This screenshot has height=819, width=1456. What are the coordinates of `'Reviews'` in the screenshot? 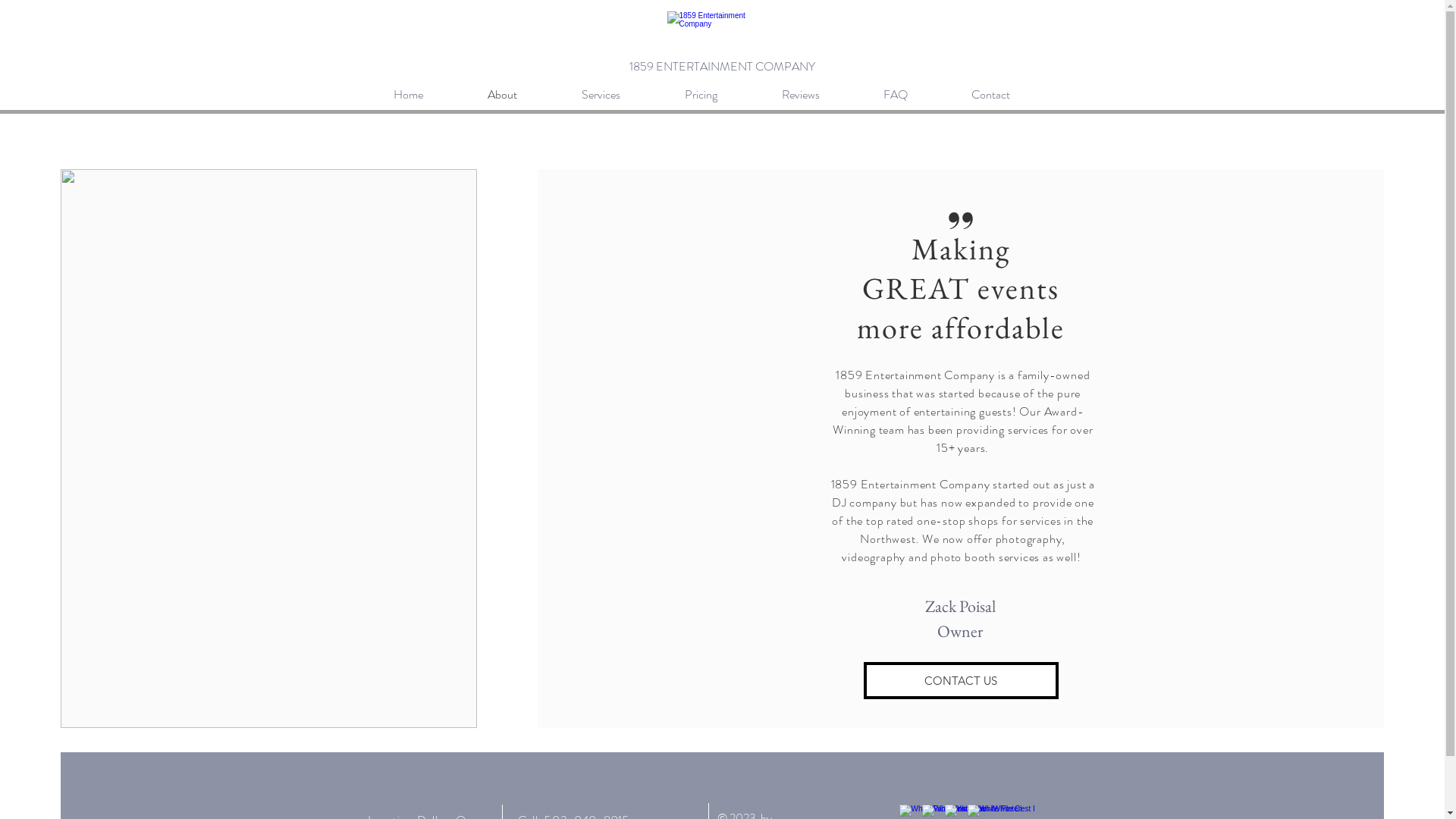 It's located at (821, 94).